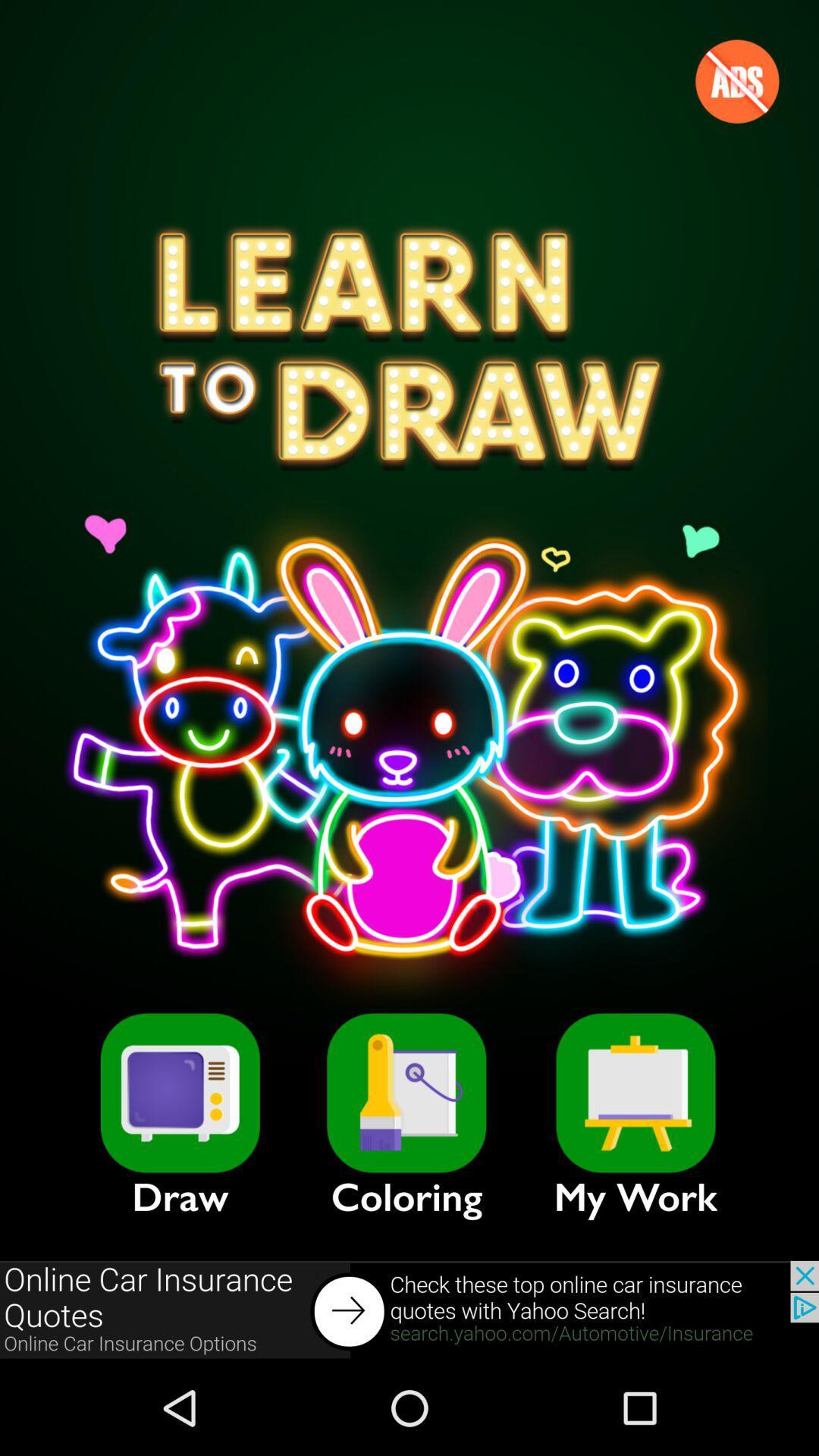 The image size is (819, 1456). What do you see at coordinates (179, 1093) in the screenshot?
I see `draw` at bounding box center [179, 1093].